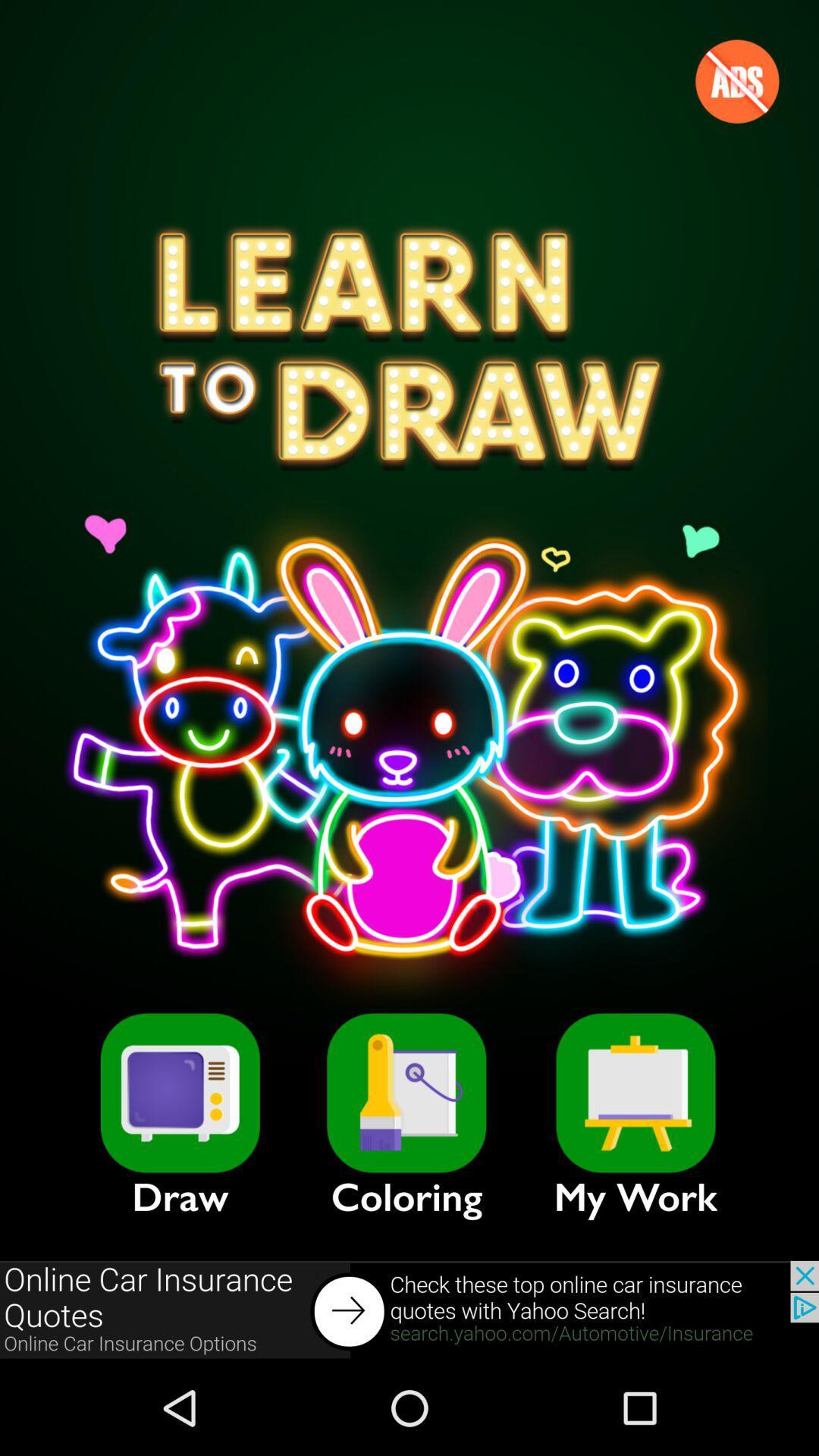 The image size is (819, 1456). What do you see at coordinates (179, 1093) in the screenshot?
I see `draw` at bounding box center [179, 1093].